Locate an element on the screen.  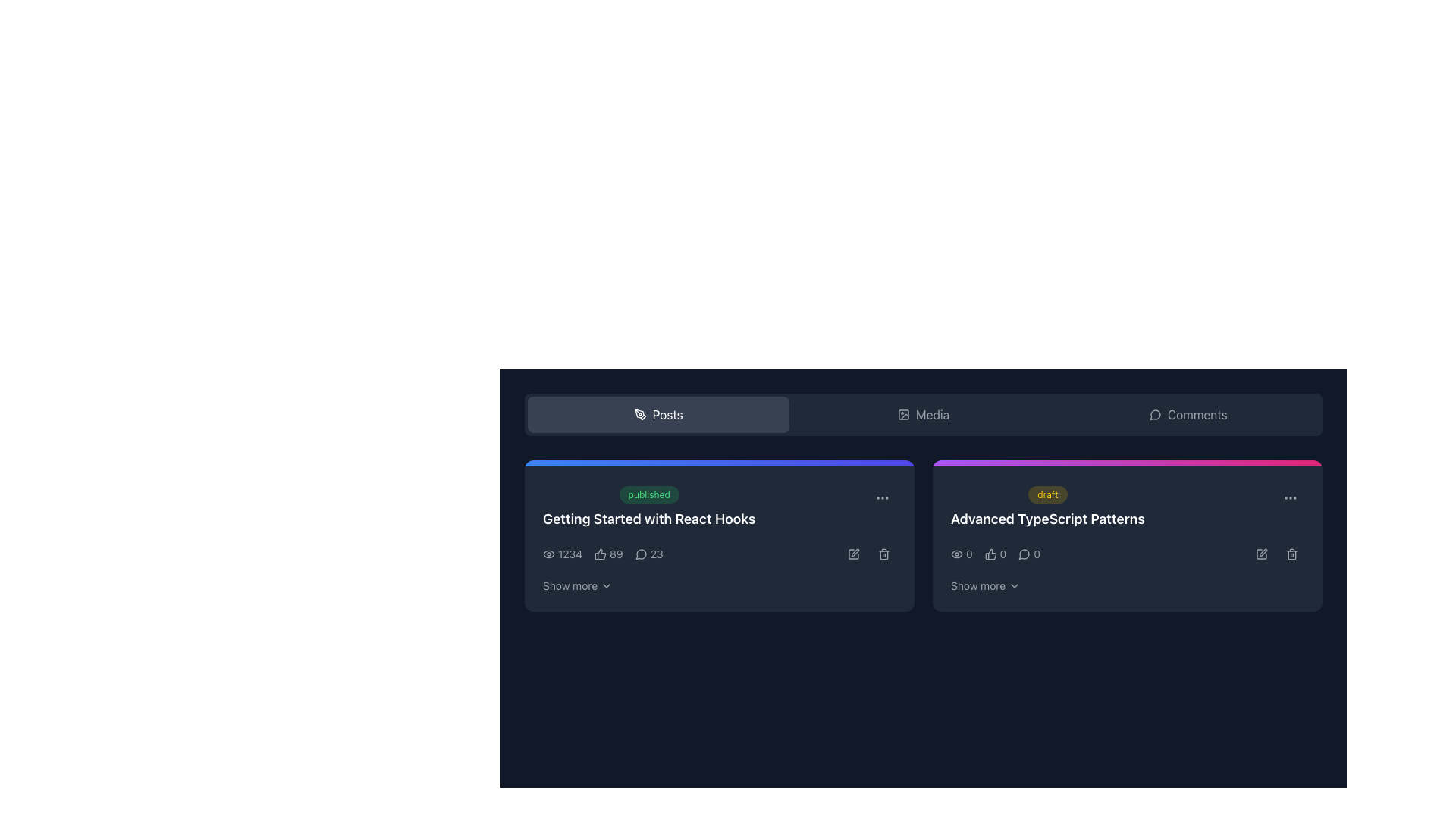
the small square-shaped icon resembling a pen located in the lower-right corner of the card for 'Advanced TypeScript Patterns' to initiate an edit action is located at coordinates (1262, 554).